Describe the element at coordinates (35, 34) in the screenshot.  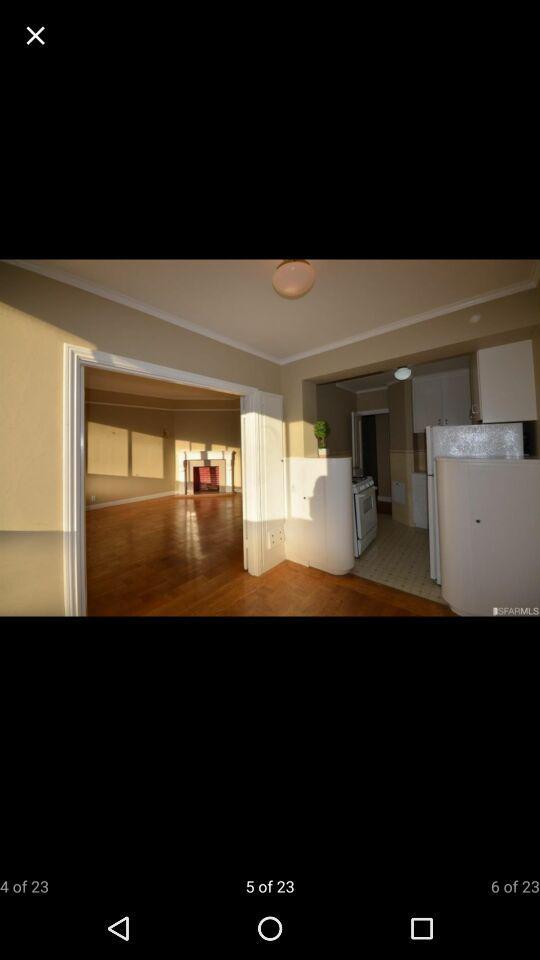
I see `the close icon` at that location.